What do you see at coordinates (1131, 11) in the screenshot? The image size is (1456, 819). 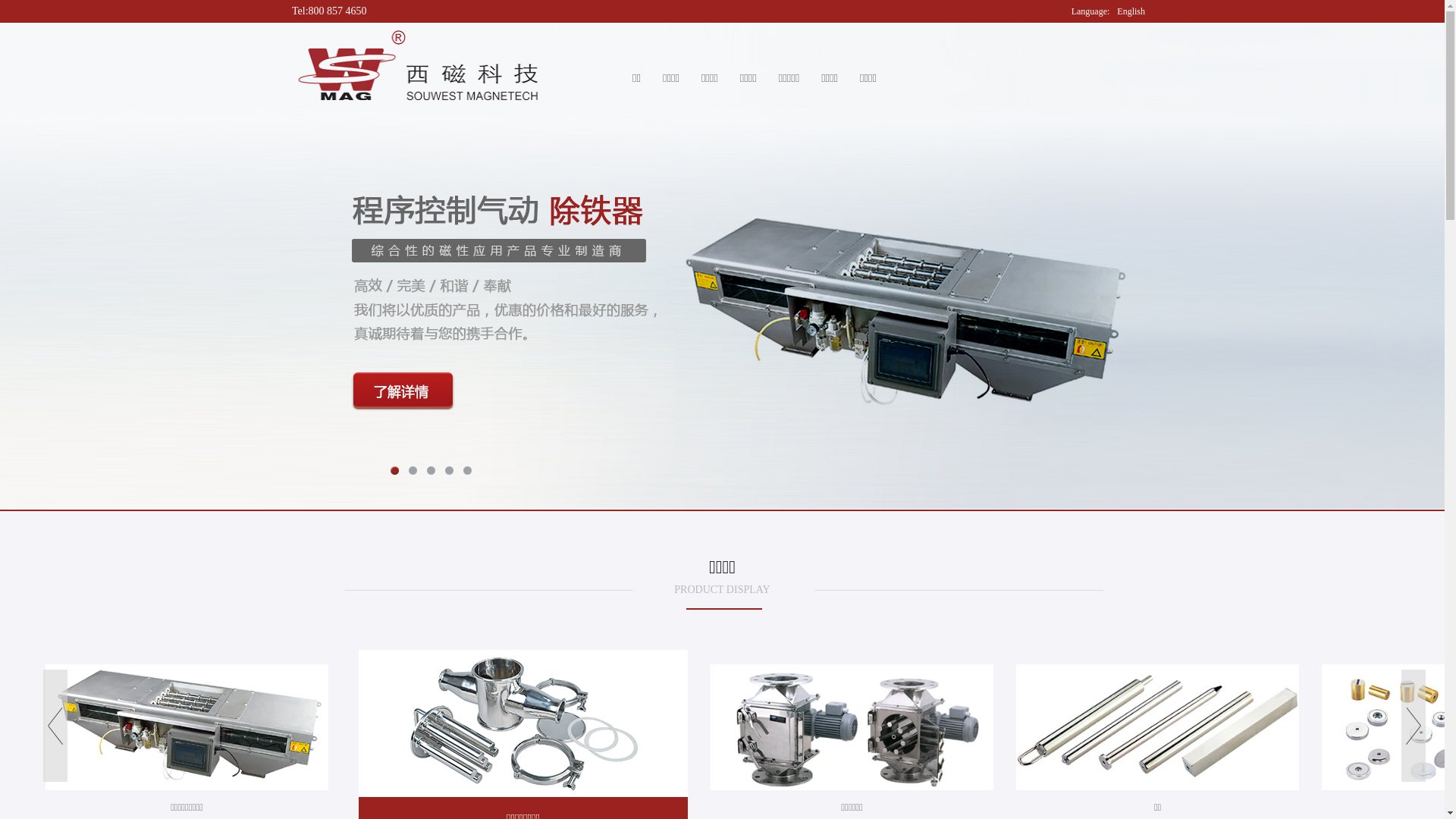 I see `'English'` at bounding box center [1131, 11].